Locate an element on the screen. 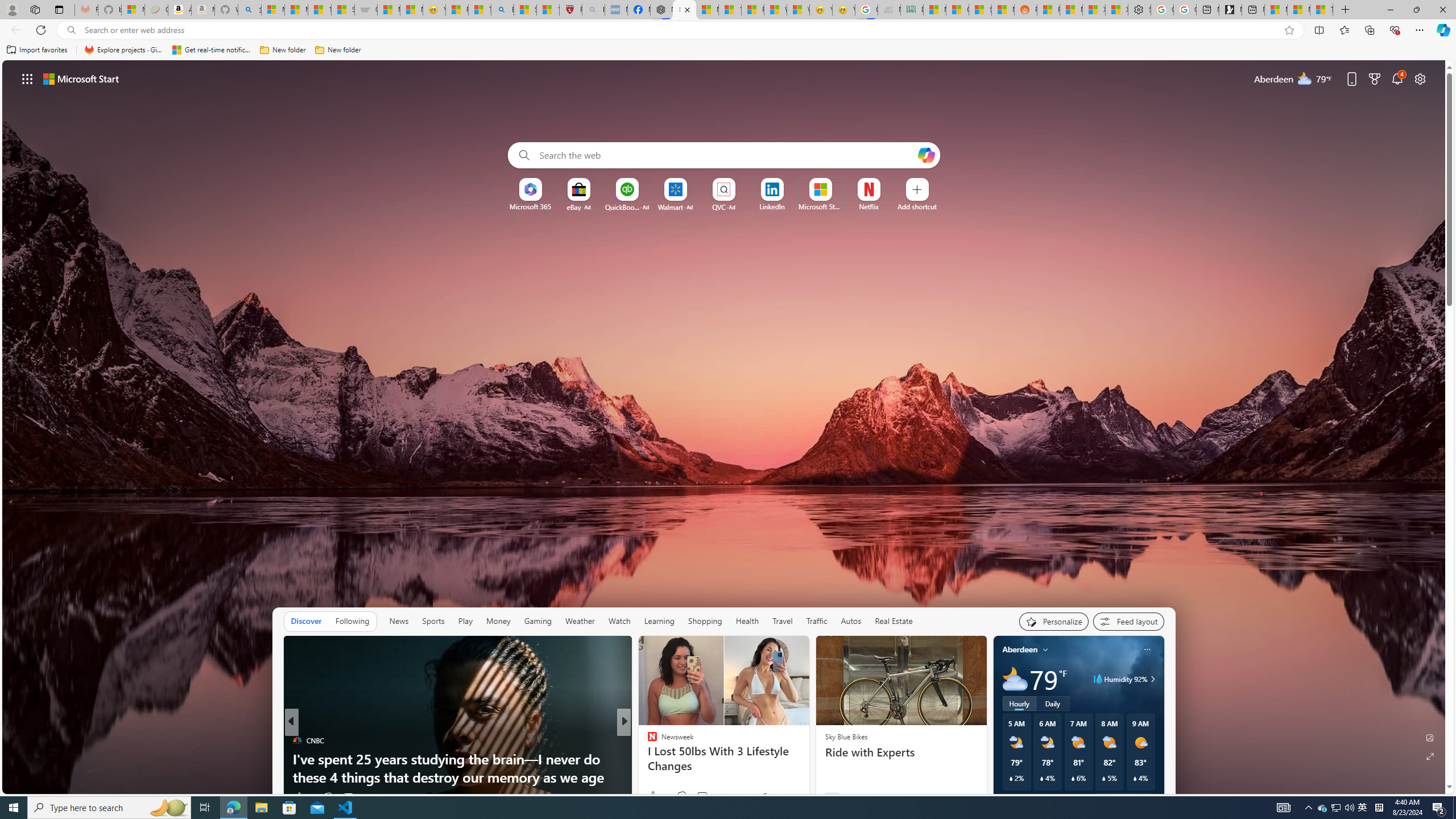  'My location' is located at coordinates (1045, 649).